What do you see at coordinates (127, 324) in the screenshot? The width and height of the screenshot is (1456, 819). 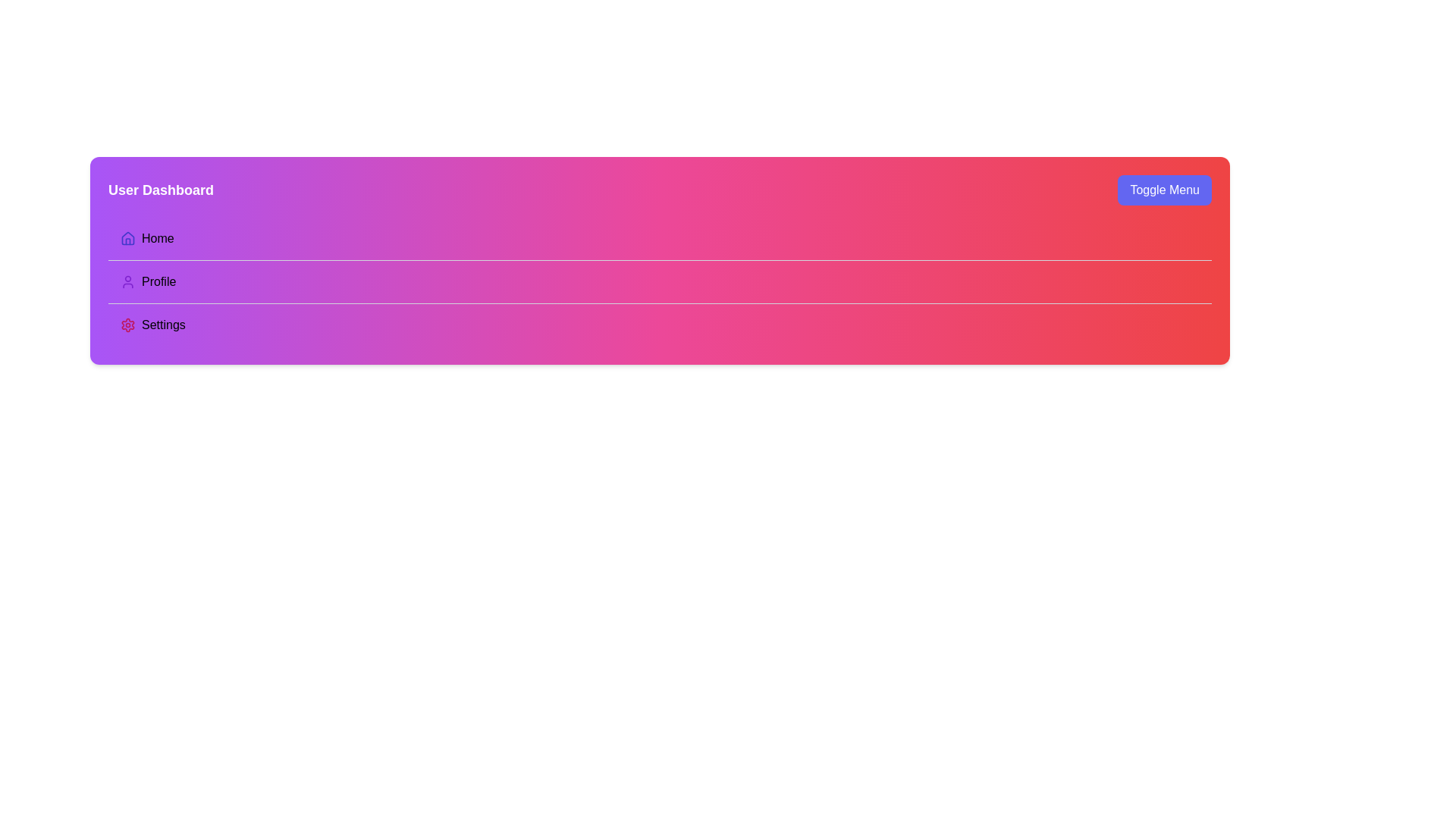 I see `the settings-related icon located to the left of the 'Settings' label in the third row of the sidebar menu` at bounding box center [127, 324].